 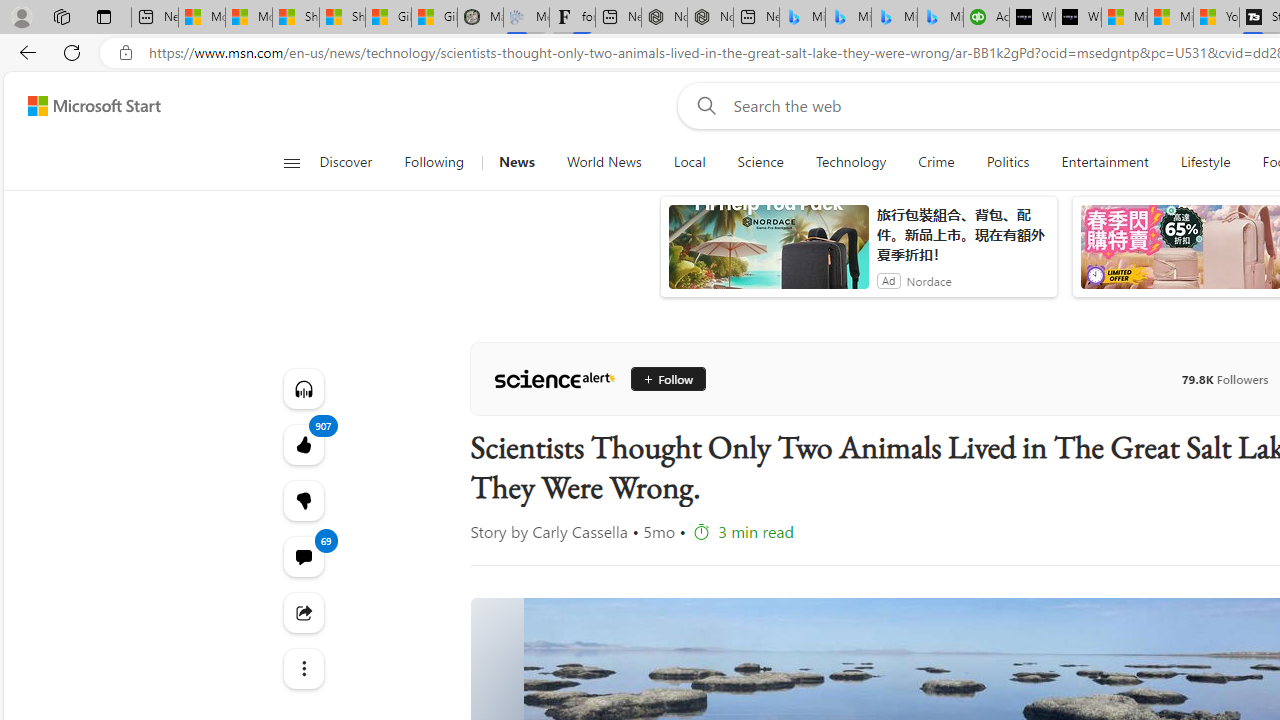 What do you see at coordinates (850, 162) in the screenshot?
I see `'Technology'` at bounding box center [850, 162].